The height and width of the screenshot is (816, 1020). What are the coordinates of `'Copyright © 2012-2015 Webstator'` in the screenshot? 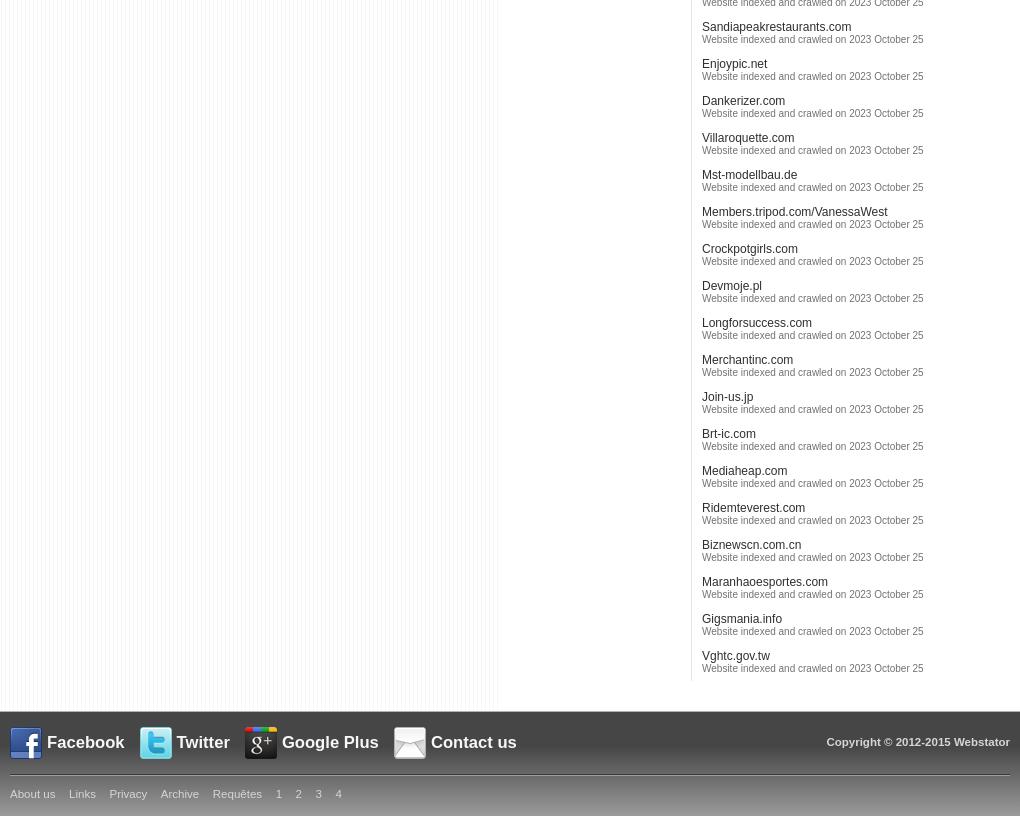 It's located at (918, 741).